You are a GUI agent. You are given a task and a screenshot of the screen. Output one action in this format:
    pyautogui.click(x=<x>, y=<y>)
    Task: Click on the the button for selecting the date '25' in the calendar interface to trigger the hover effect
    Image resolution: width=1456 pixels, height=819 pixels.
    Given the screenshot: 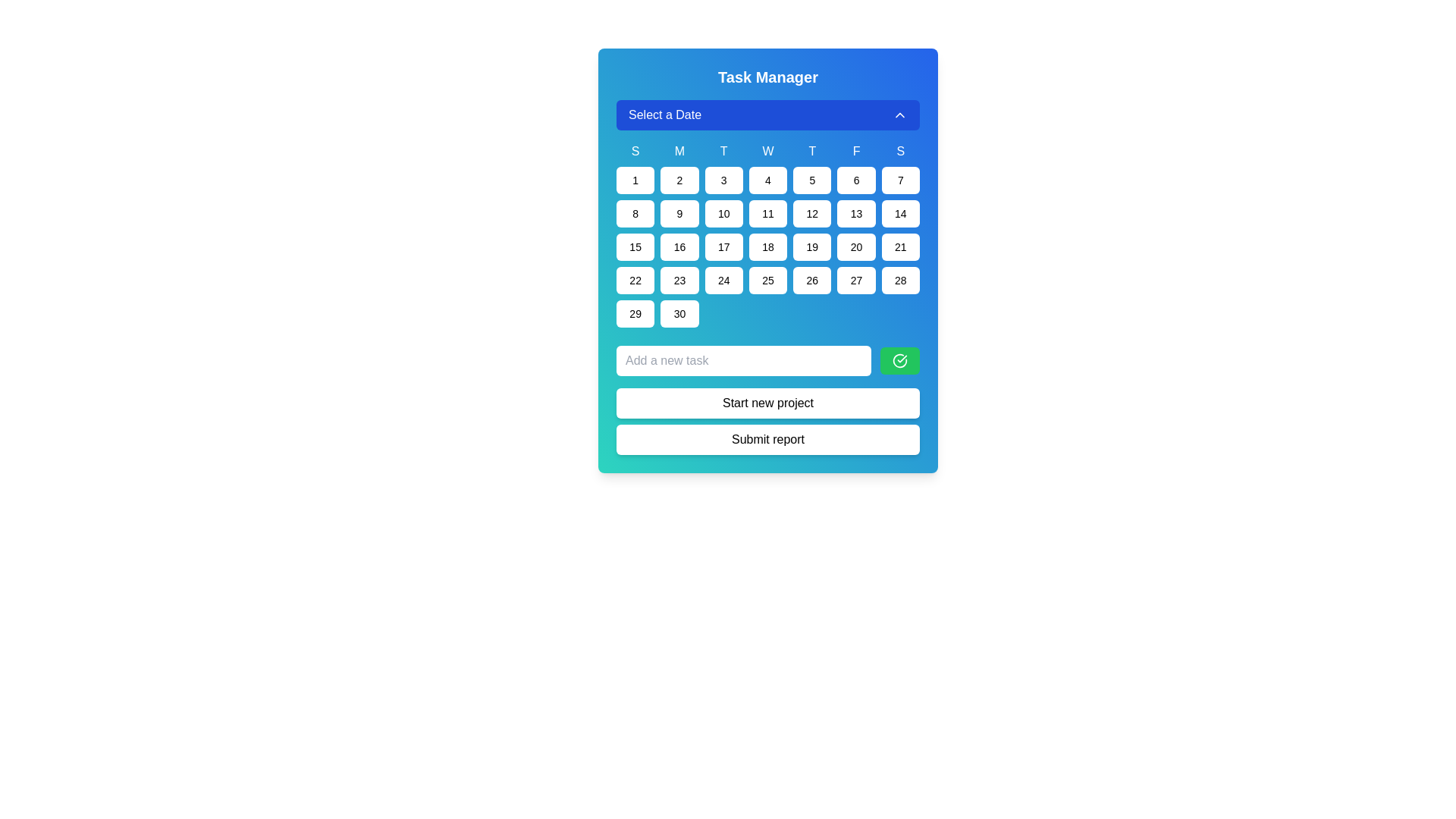 What is the action you would take?
    pyautogui.click(x=767, y=281)
    